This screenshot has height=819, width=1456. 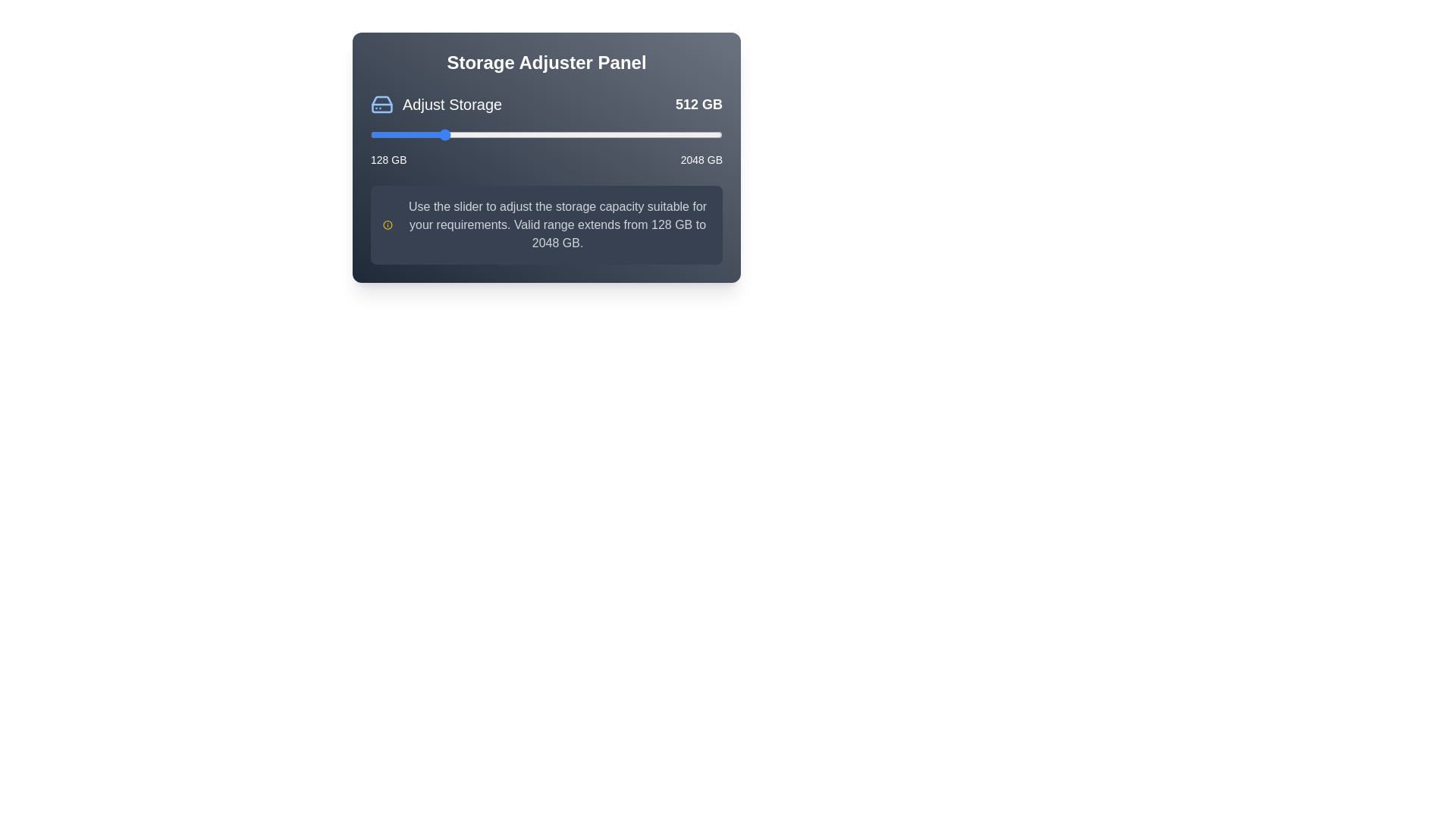 What do you see at coordinates (382, 104) in the screenshot?
I see `the small blue-tinted hard drive icon located on the left side of the 'Adjust Storage' label` at bounding box center [382, 104].